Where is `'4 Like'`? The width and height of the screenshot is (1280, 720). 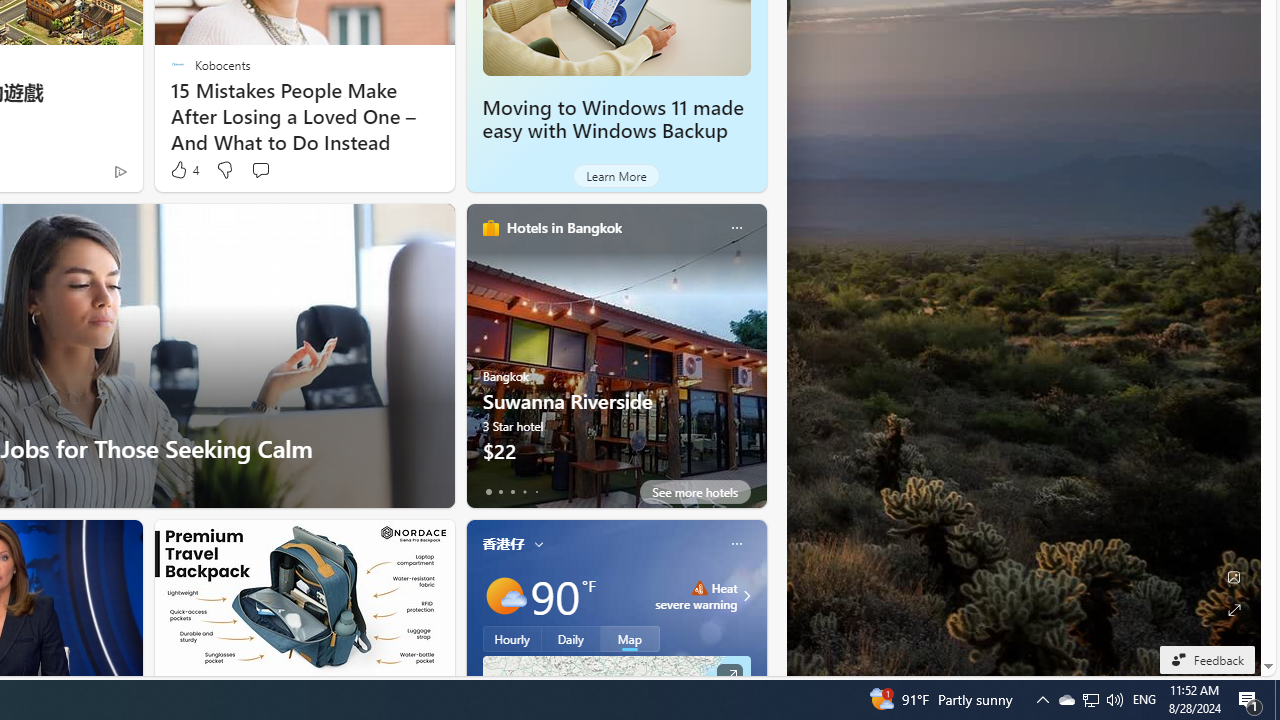
'4 Like' is located at coordinates (183, 169).